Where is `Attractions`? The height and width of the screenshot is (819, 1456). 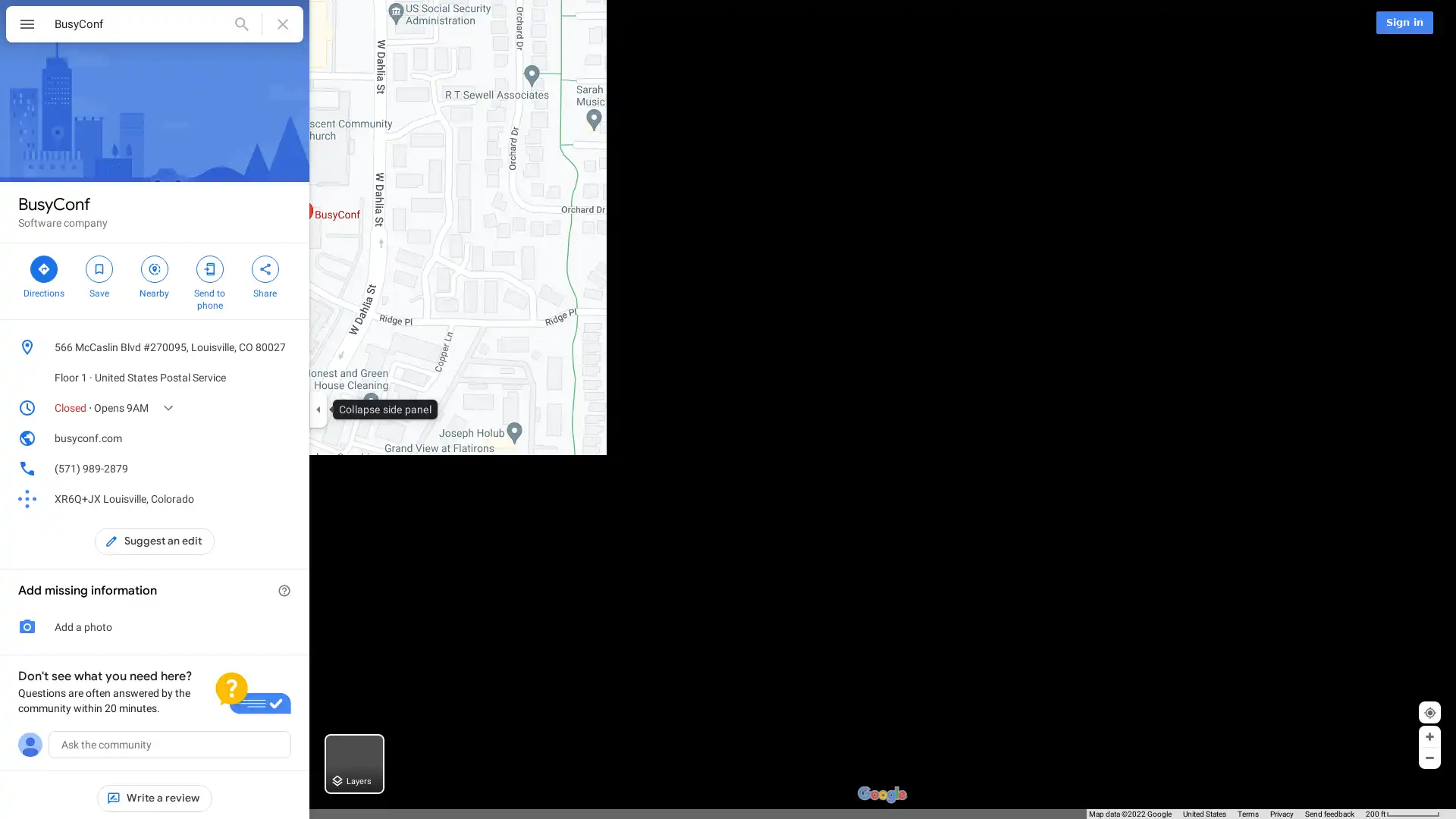 Attractions is located at coordinates (529, 24).